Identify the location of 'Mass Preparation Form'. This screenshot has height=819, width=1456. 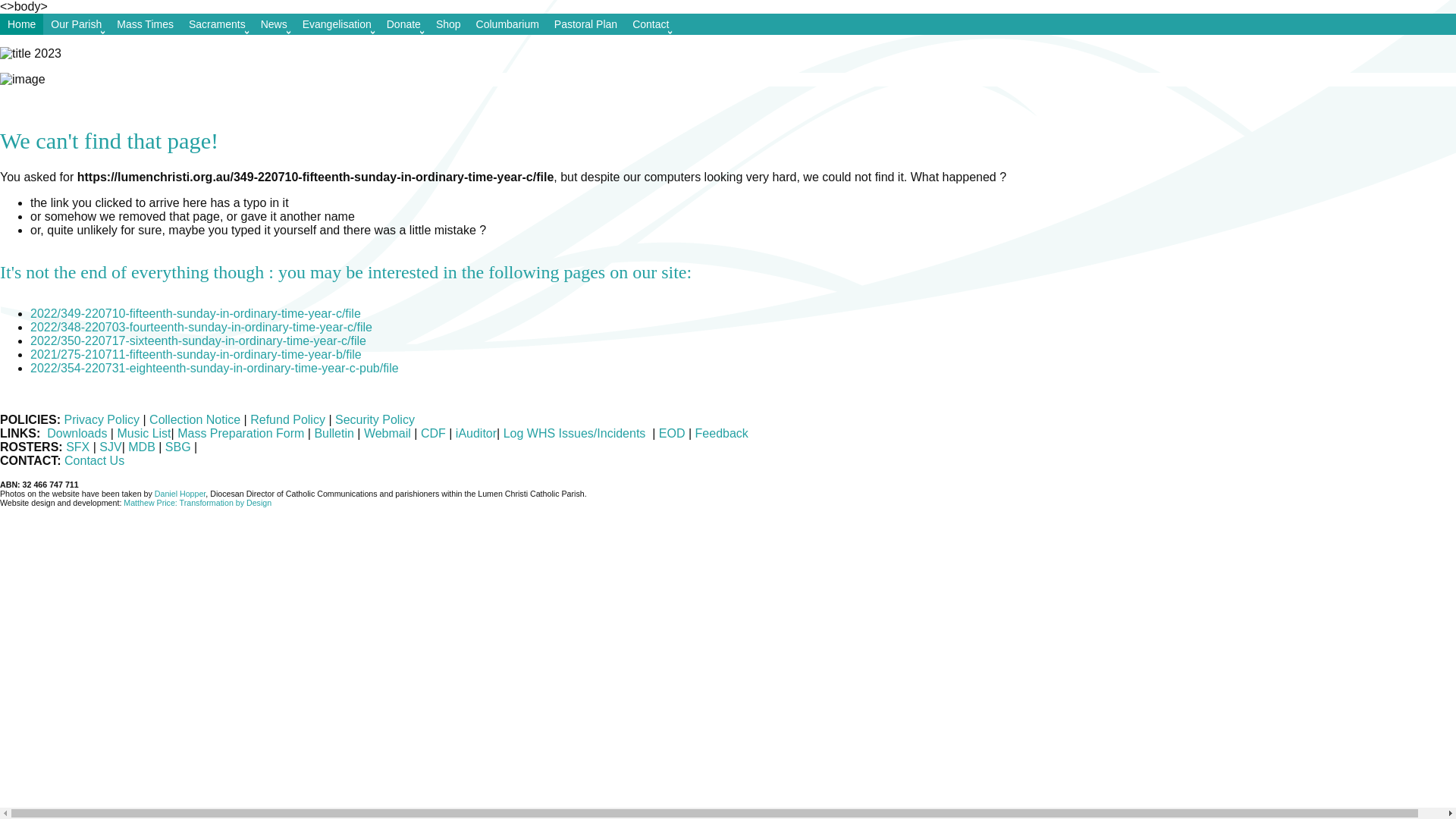
(240, 433).